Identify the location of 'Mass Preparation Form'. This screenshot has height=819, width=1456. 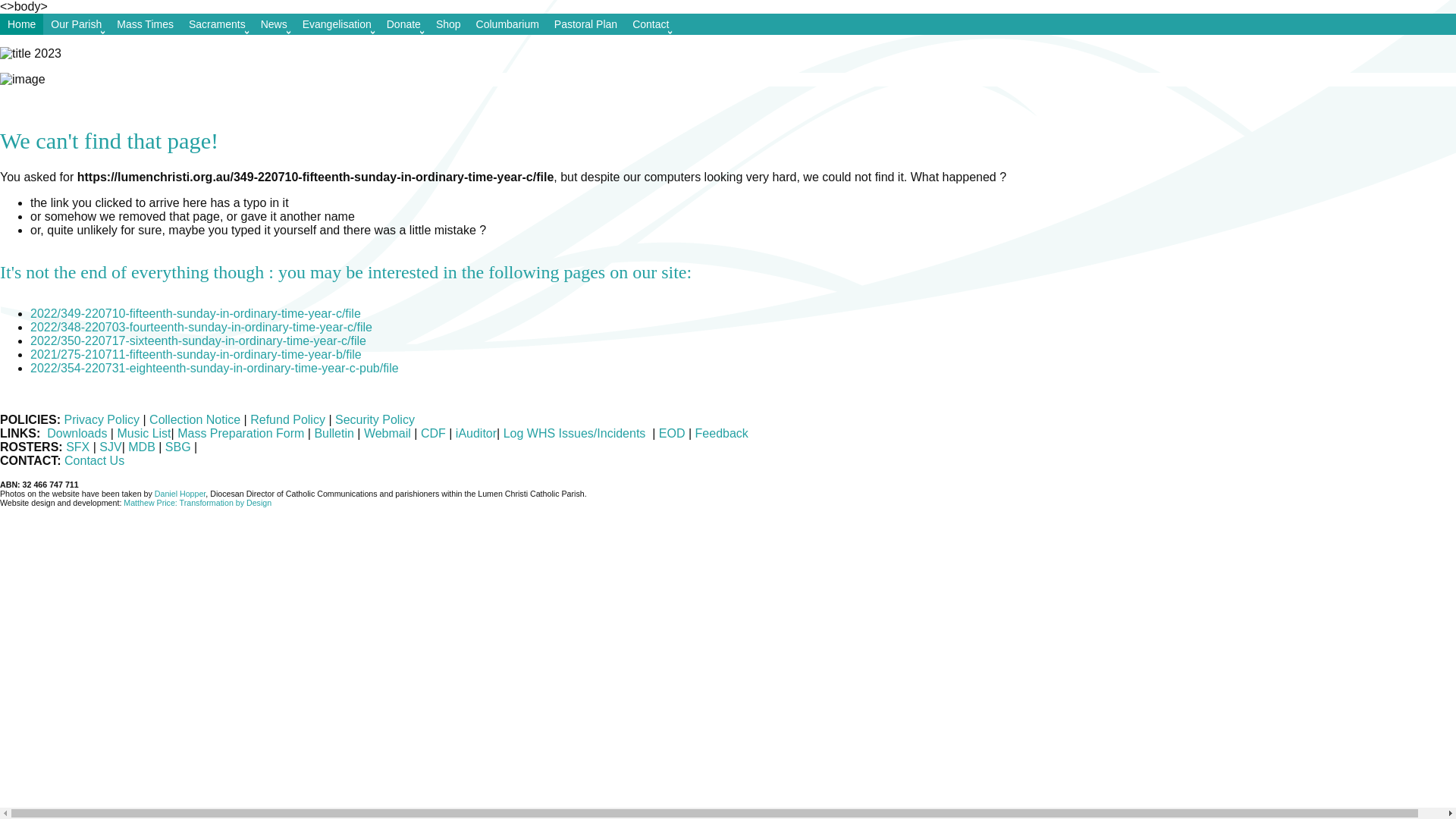
(240, 433).